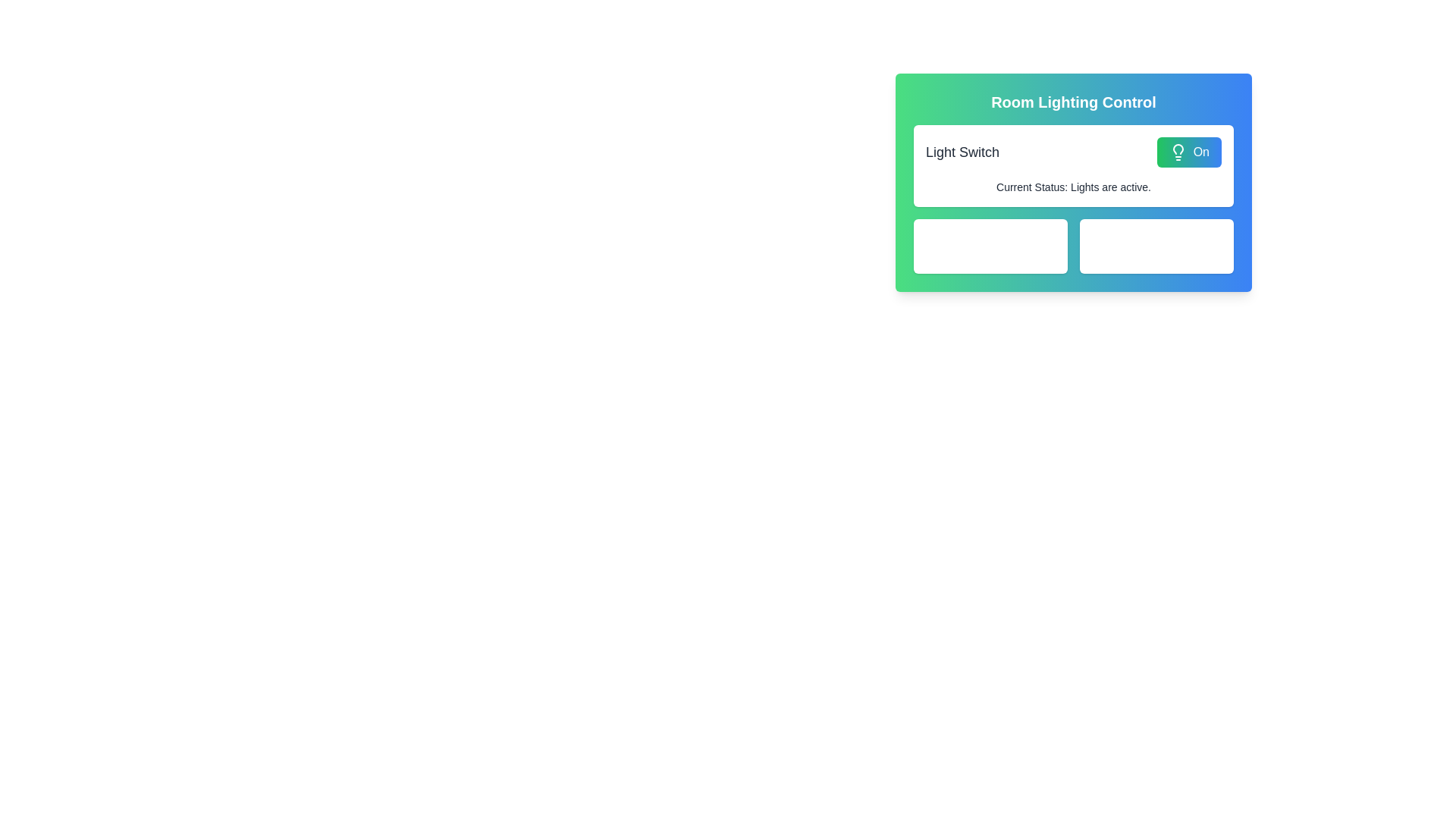  Describe the element at coordinates (1073, 102) in the screenshot. I see `text from the topmost Text Label indicating the control of room lighting` at that location.